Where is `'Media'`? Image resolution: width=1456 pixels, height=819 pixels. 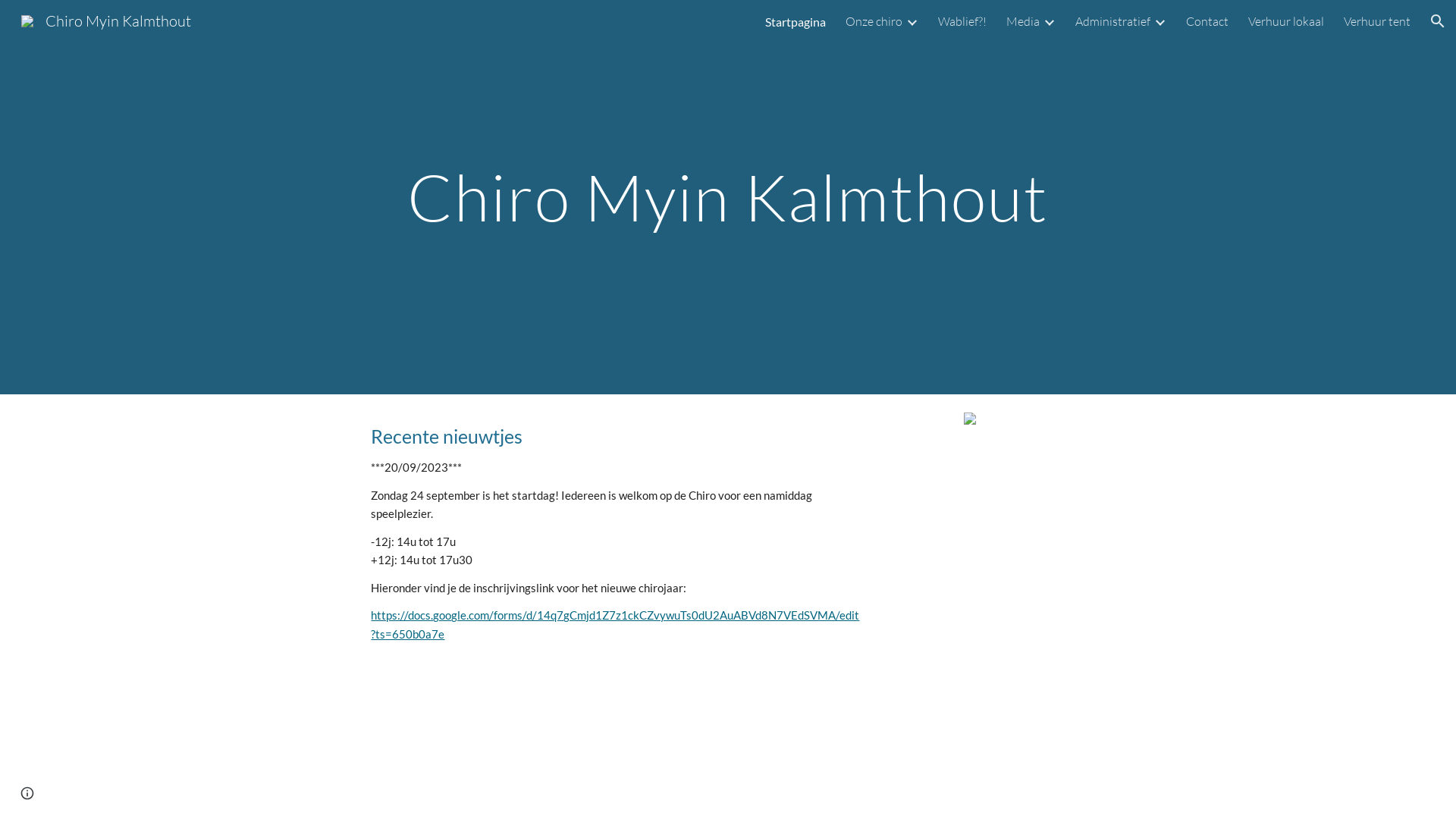 'Media' is located at coordinates (1022, 20).